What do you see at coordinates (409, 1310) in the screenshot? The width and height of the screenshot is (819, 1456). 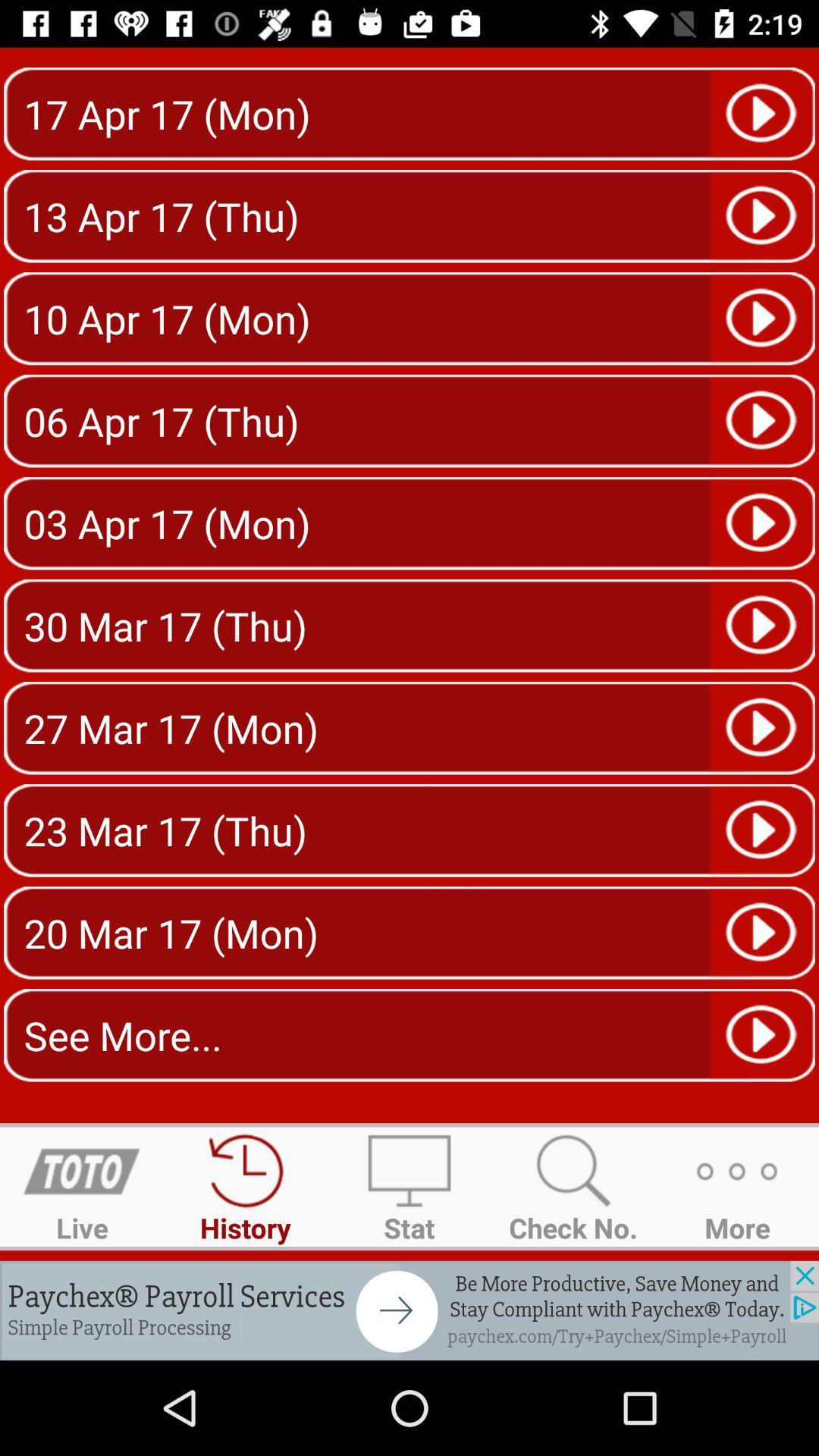 I see `payroll services` at bounding box center [409, 1310].